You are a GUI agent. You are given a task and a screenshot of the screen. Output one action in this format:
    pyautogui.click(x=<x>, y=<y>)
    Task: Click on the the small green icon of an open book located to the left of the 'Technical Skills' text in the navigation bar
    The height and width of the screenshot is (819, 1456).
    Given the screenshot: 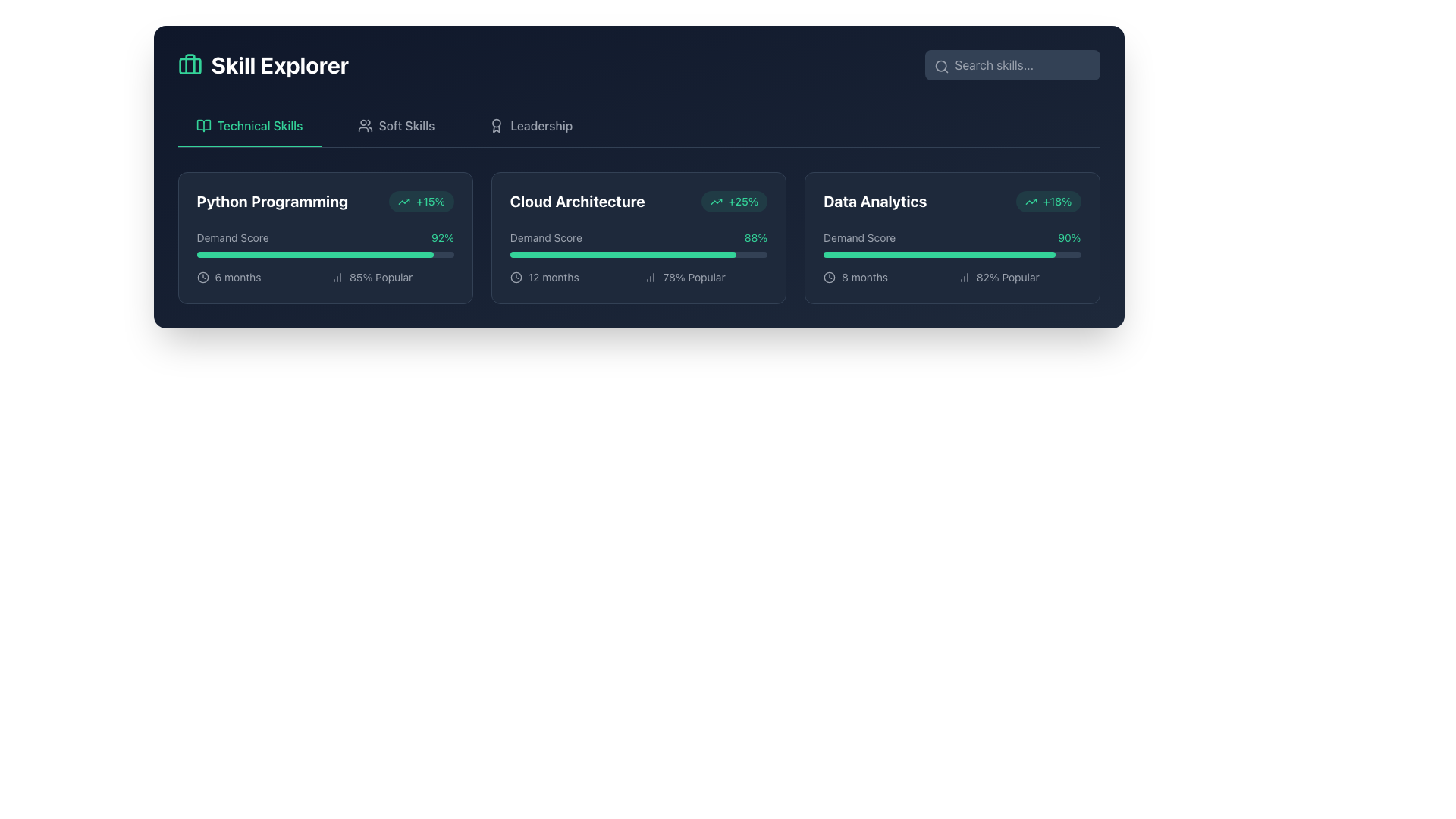 What is the action you would take?
    pyautogui.click(x=202, y=124)
    